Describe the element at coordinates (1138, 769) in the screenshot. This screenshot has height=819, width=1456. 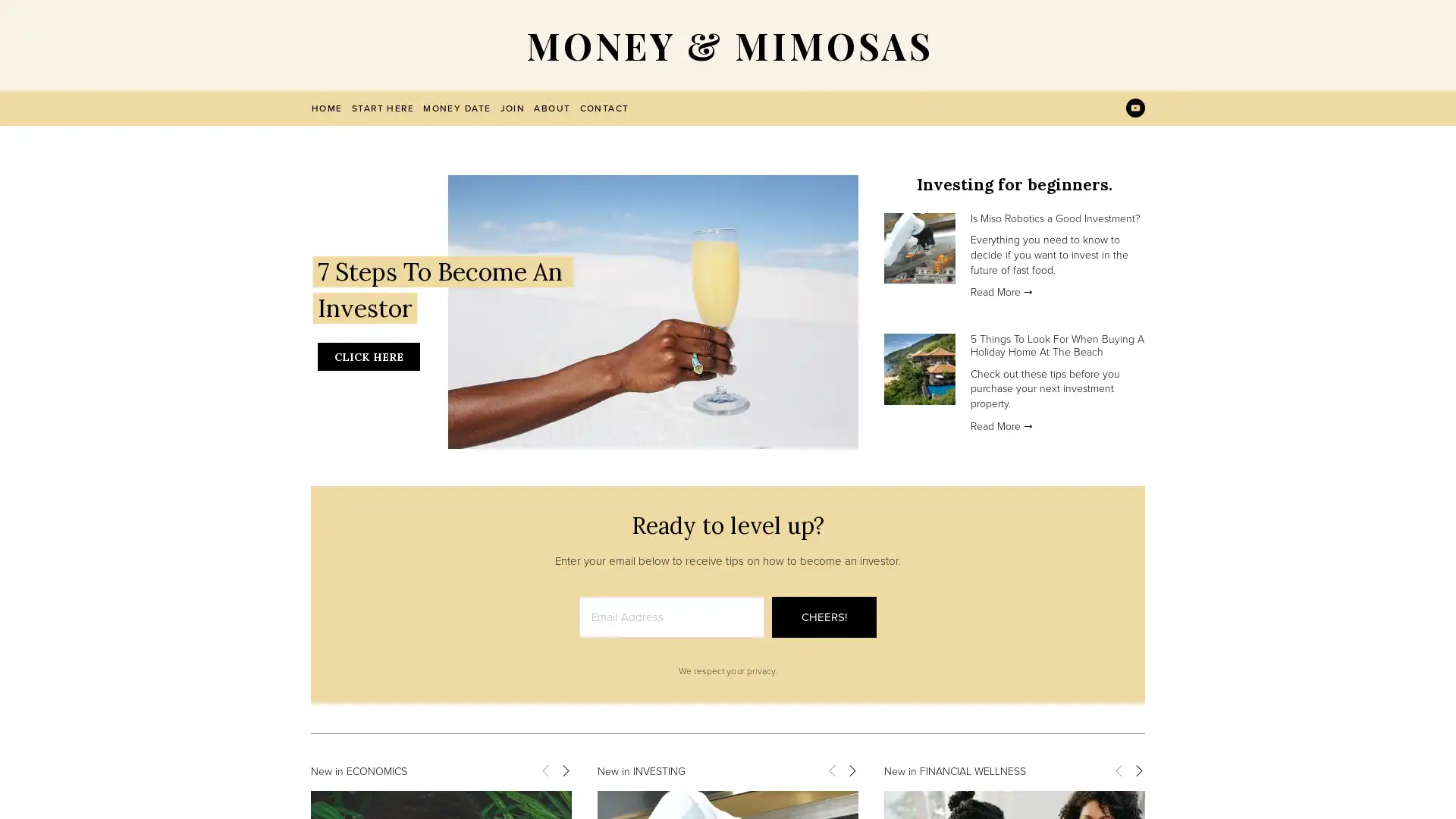
I see `Next` at that location.